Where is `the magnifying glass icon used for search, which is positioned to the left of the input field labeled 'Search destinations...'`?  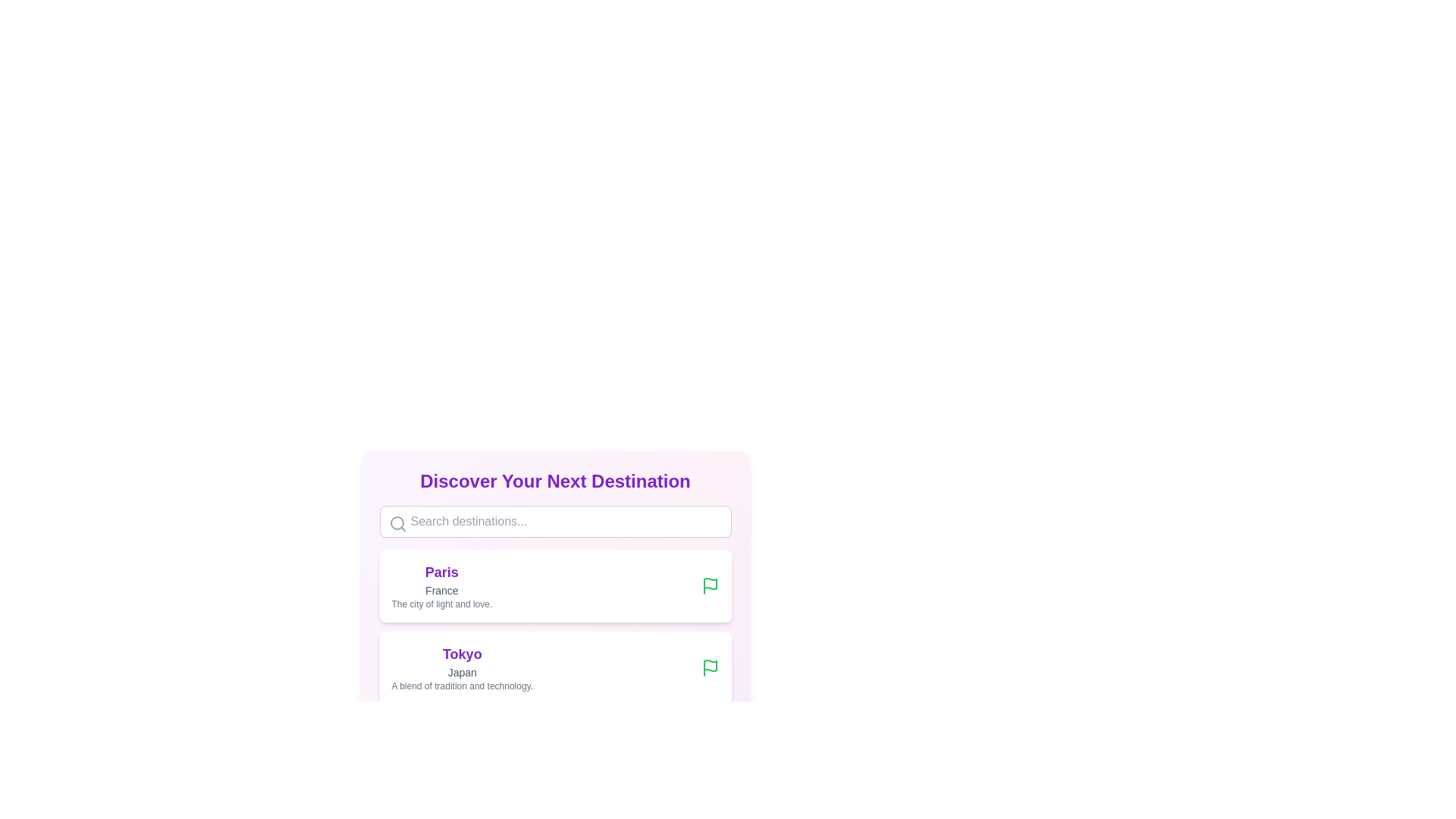
the magnifying glass icon used for search, which is positioned to the left of the input field labeled 'Search destinations...' is located at coordinates (397, 522).